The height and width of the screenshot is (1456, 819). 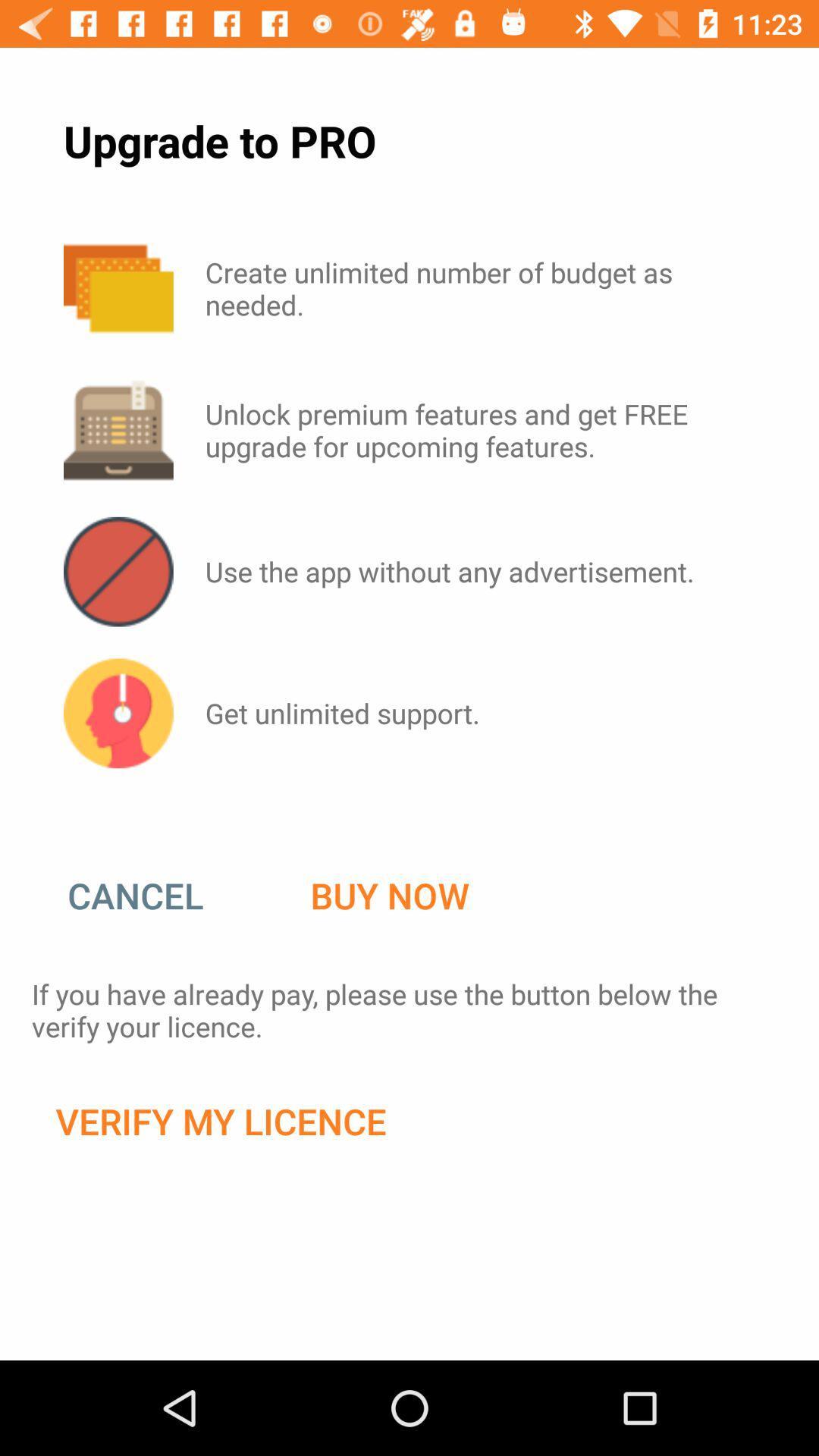 What do you see at coordinates (389, 896) in the screenshot?
I see `item below the get unlimited support. icon` at bounding box center [389, 896].